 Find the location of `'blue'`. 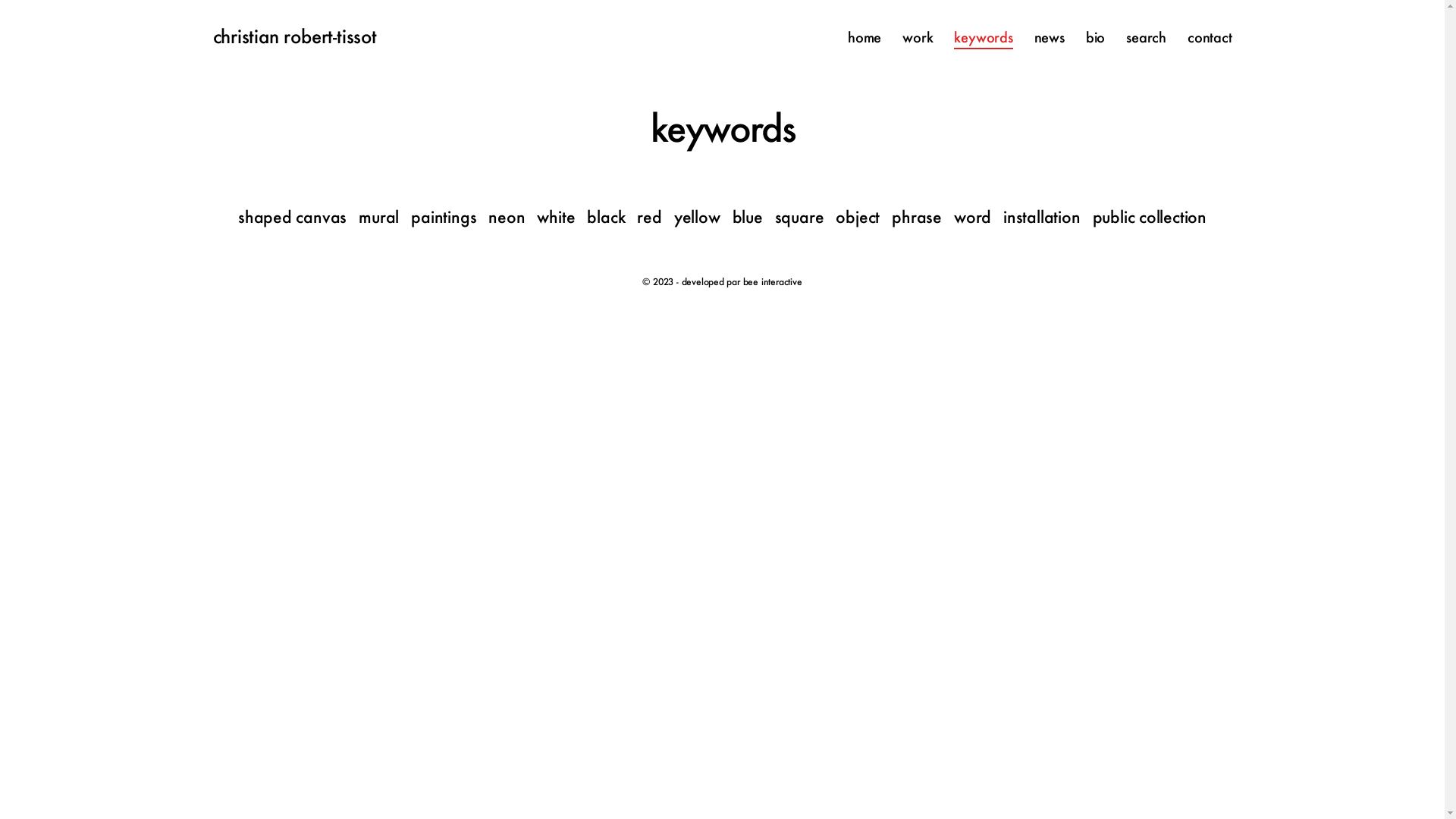

'blue' is located at coordinates (747, 216).